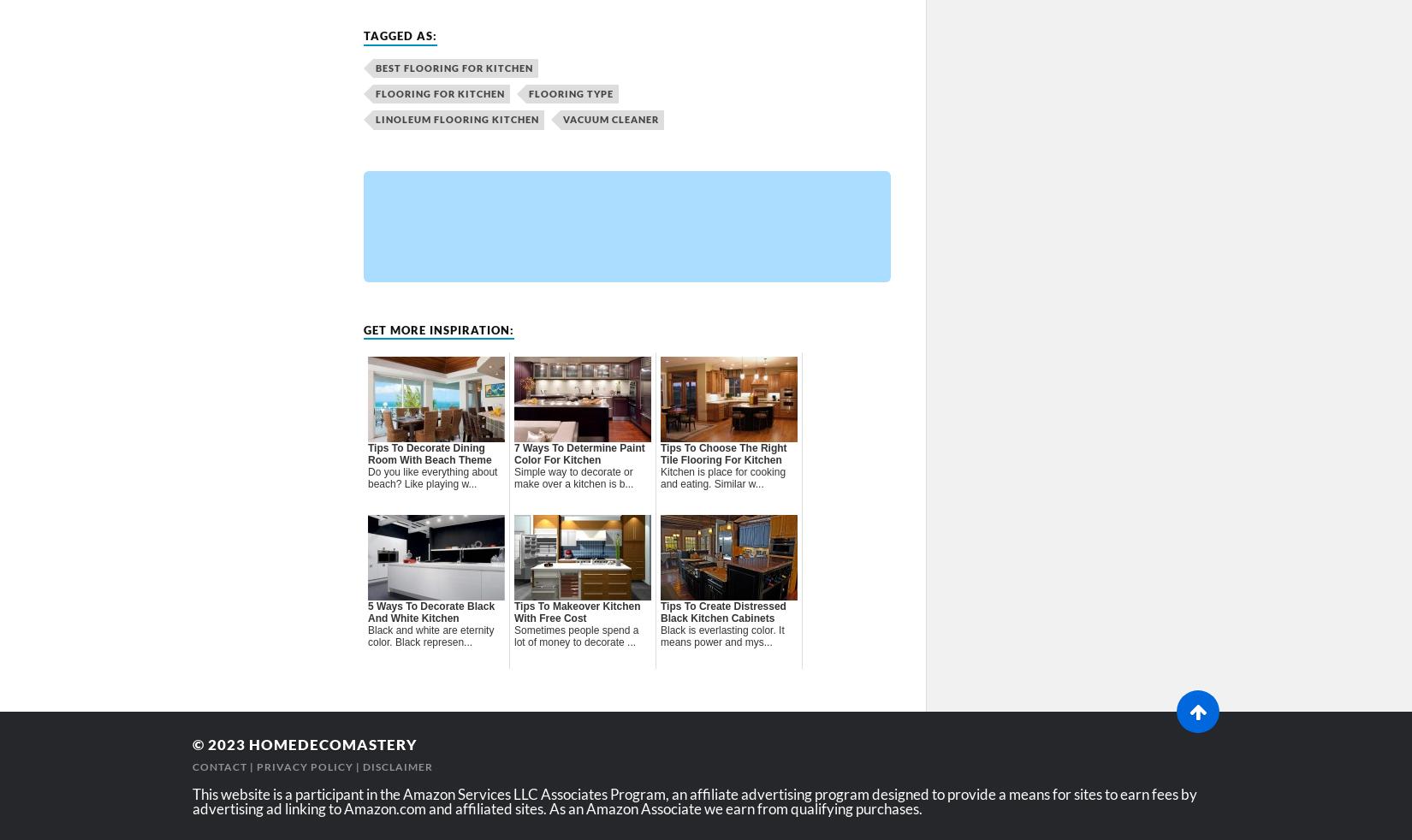  I want to click on 'flooring for kitchen', so click(375, 92).